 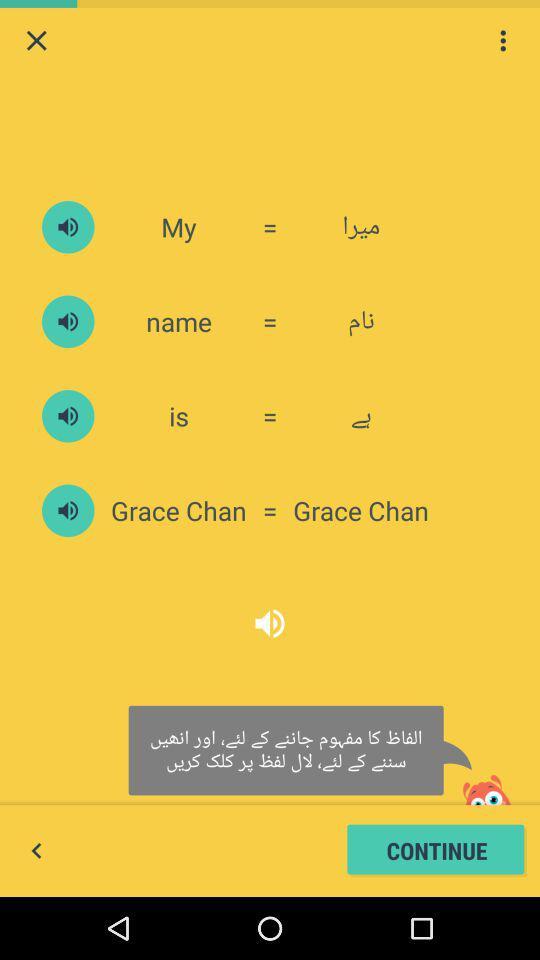 What do you see at coordinates (67, 344) in the screenshot?
I see `the volume icon` at bounding box center [67, 344].